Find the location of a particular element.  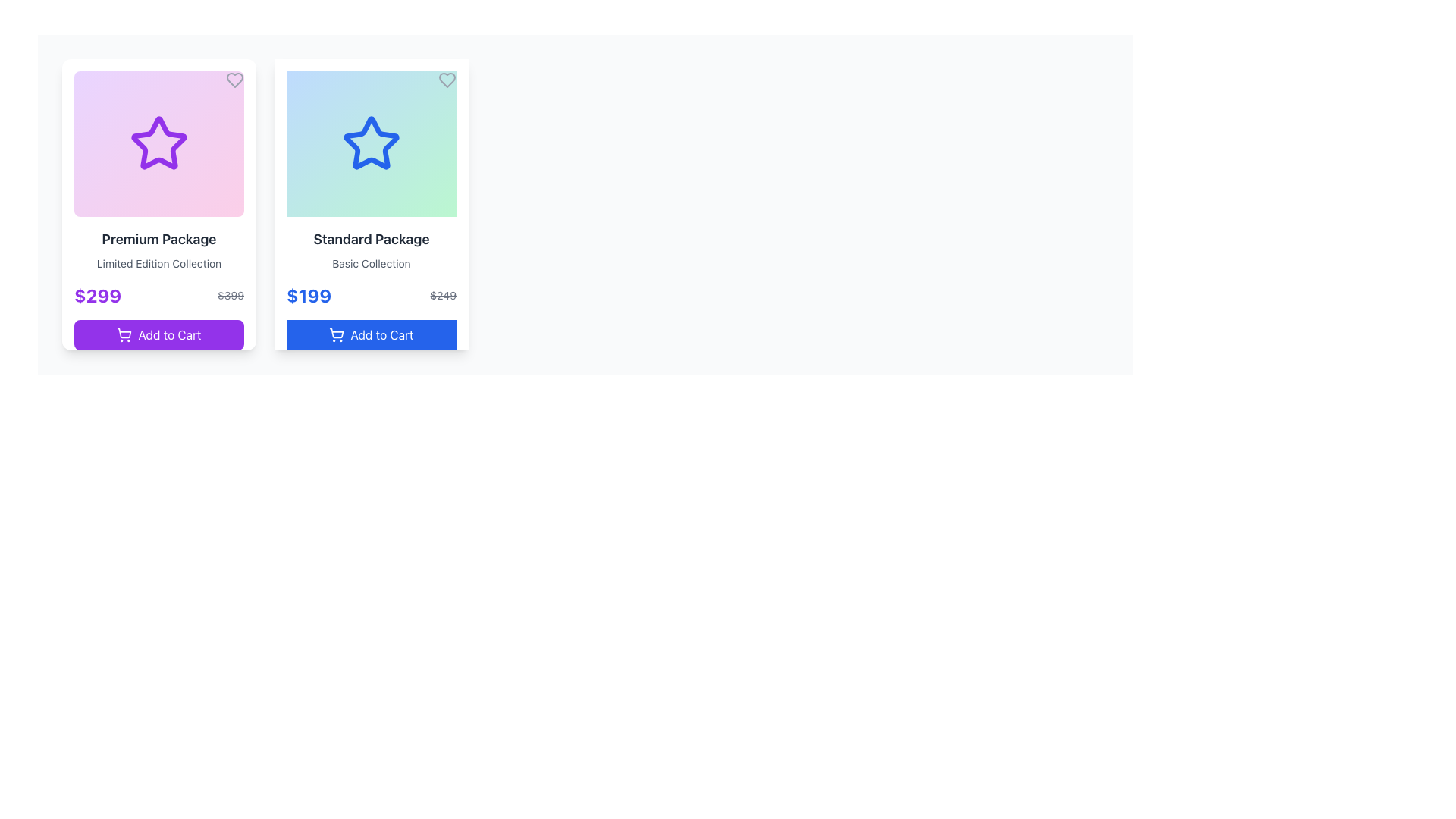

the text label indicating the original price of the Premium Package, which is positioned to the right of the '$299' price element is located at coordinates (230, 295).